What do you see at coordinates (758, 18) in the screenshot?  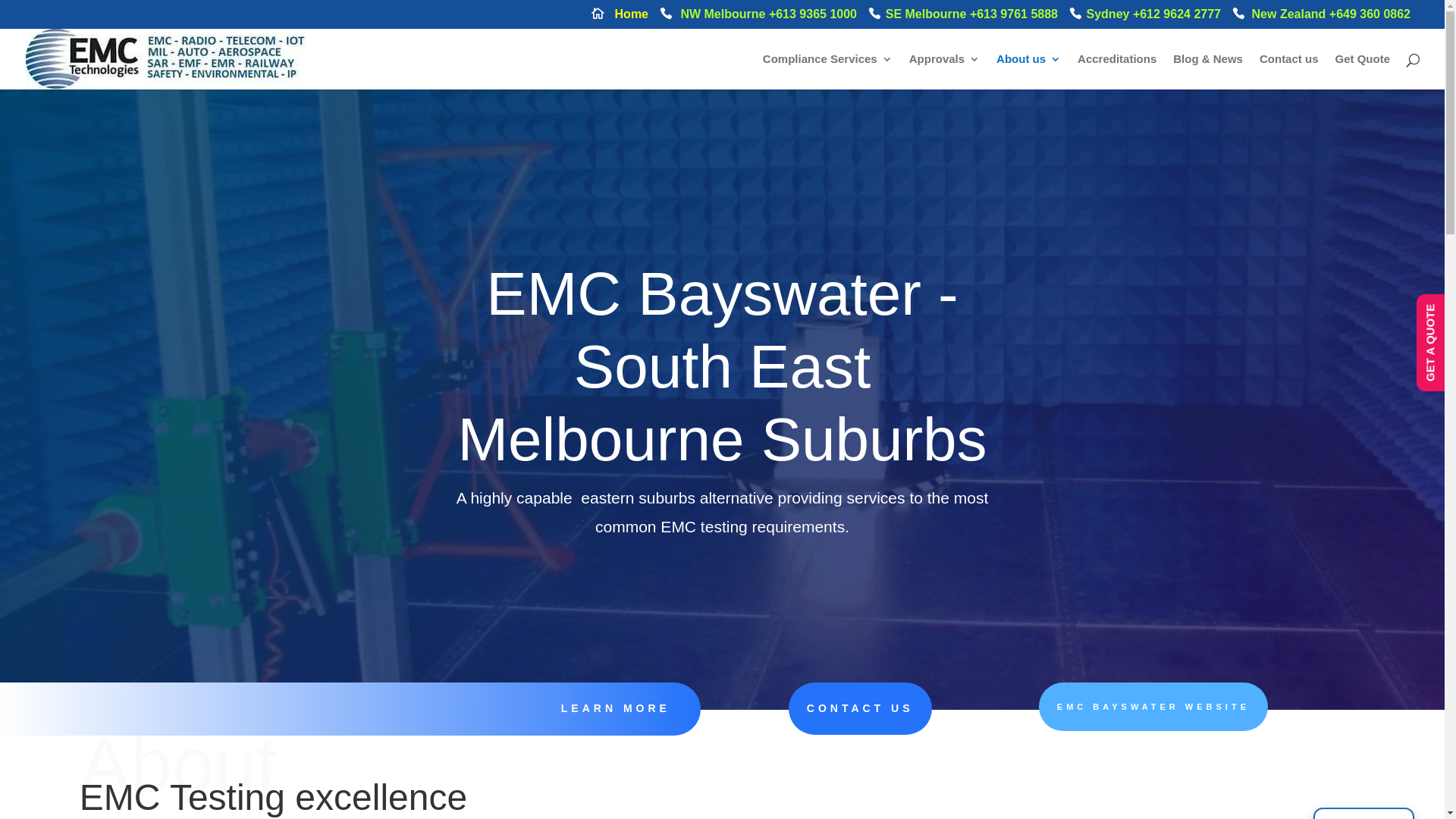 I see `'NW Melbourne +613 9365 1000'` at bounding box center [758, 18].